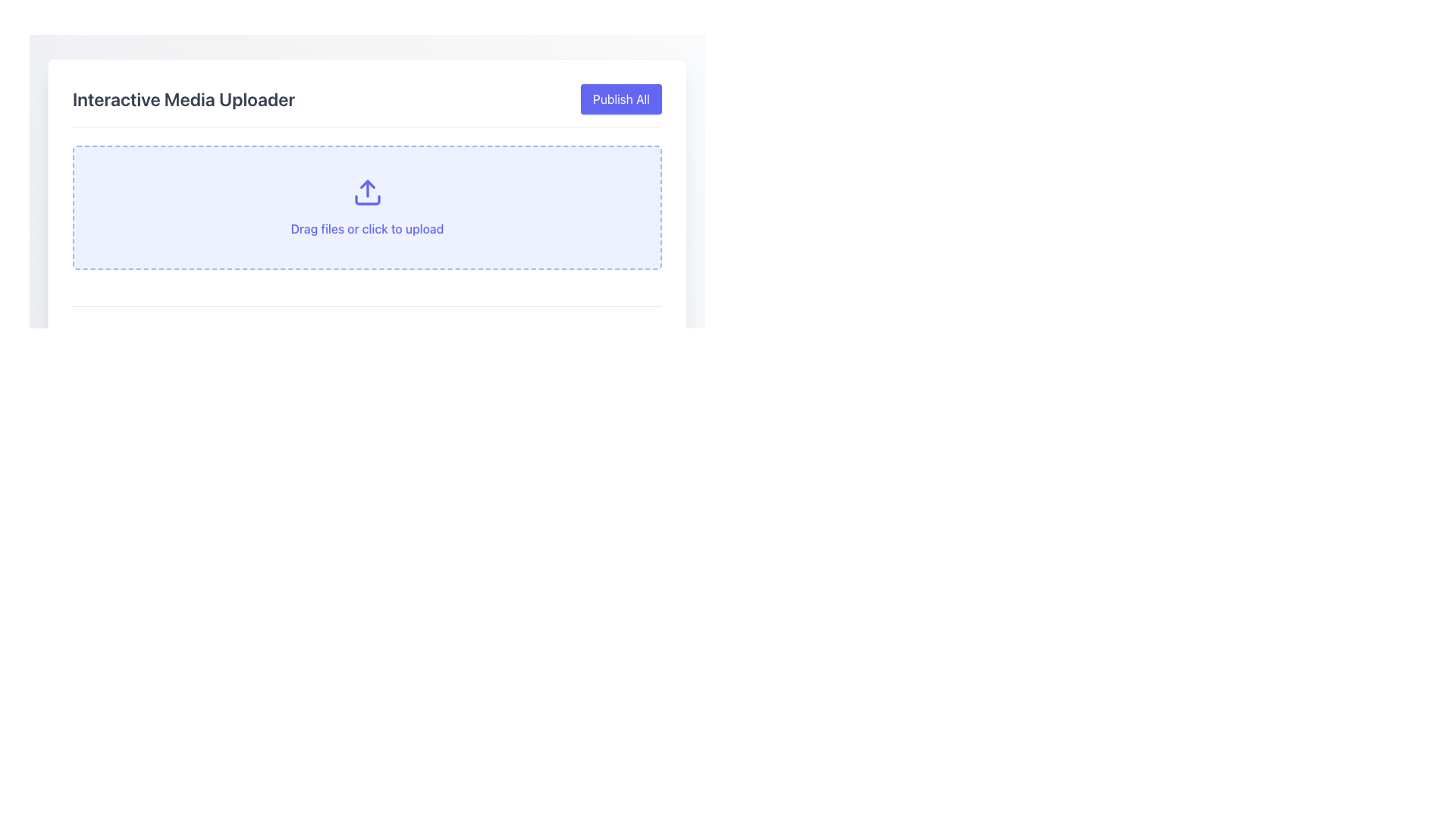  Describe the element at coordinates (183, 99) in the screenshot. I see `the Text label that serves as a header for the media uploader interface, located at the top-left corner, preceding the 'Publish All' button` at that location.